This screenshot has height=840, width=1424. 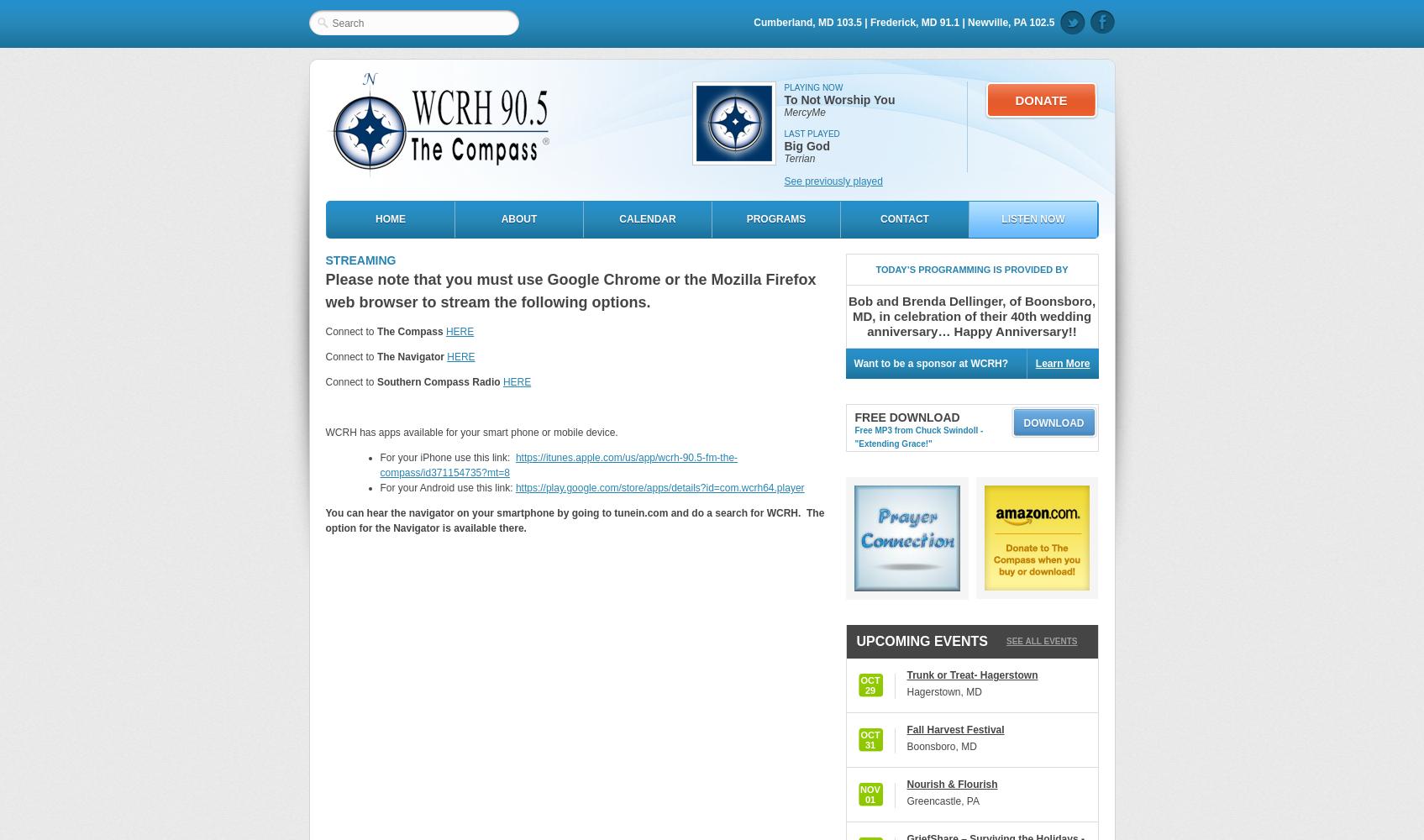 I want to click on 'Fall Harvest Festival', so click(x=954, y=729).